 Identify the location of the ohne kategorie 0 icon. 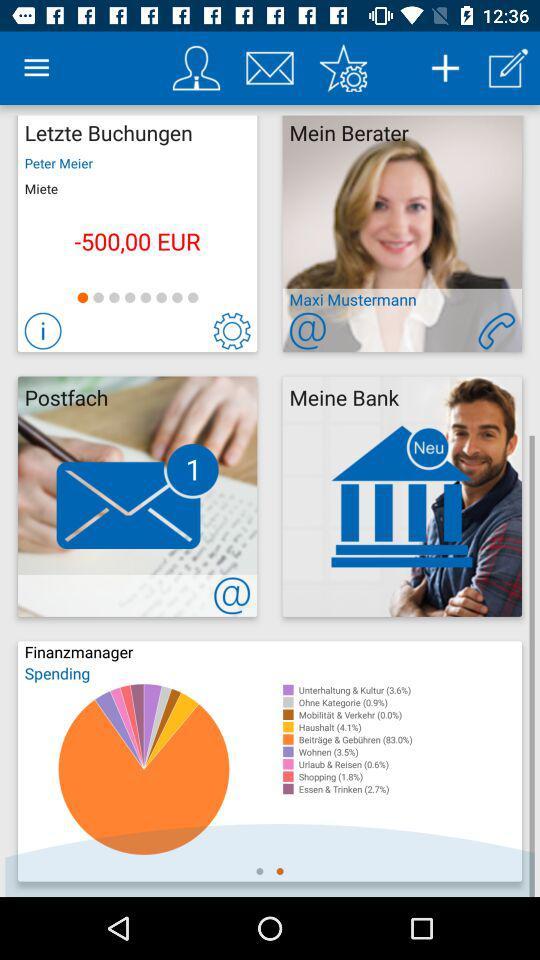
(409, 702).